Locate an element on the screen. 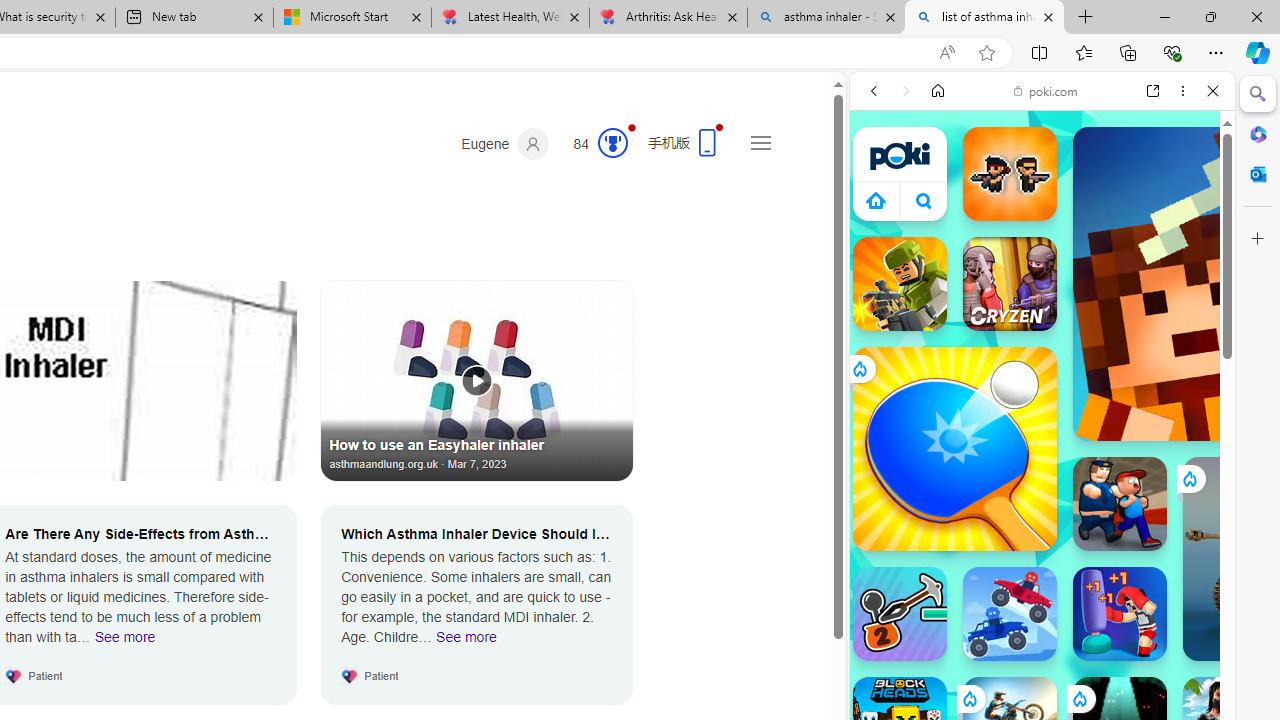 This screenshot has height=720, width=1280. 'Zombie Rush' is located at coordinates (1009, 172).